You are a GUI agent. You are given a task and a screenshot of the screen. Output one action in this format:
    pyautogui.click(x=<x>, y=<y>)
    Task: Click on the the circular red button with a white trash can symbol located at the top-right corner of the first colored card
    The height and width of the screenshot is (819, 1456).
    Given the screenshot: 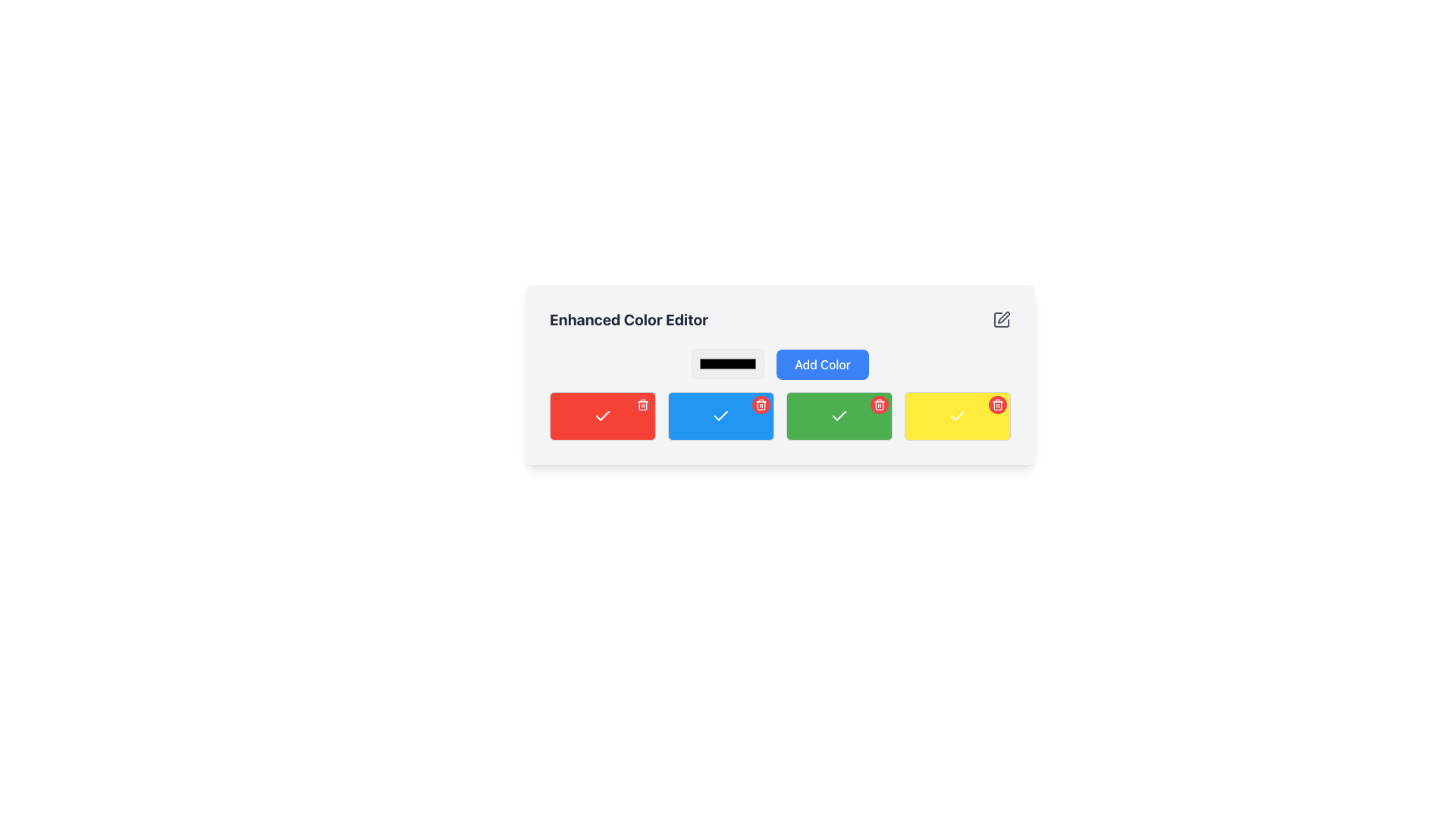 What is the action you would take?
    pyautogui.click(x=643, y=403)
    